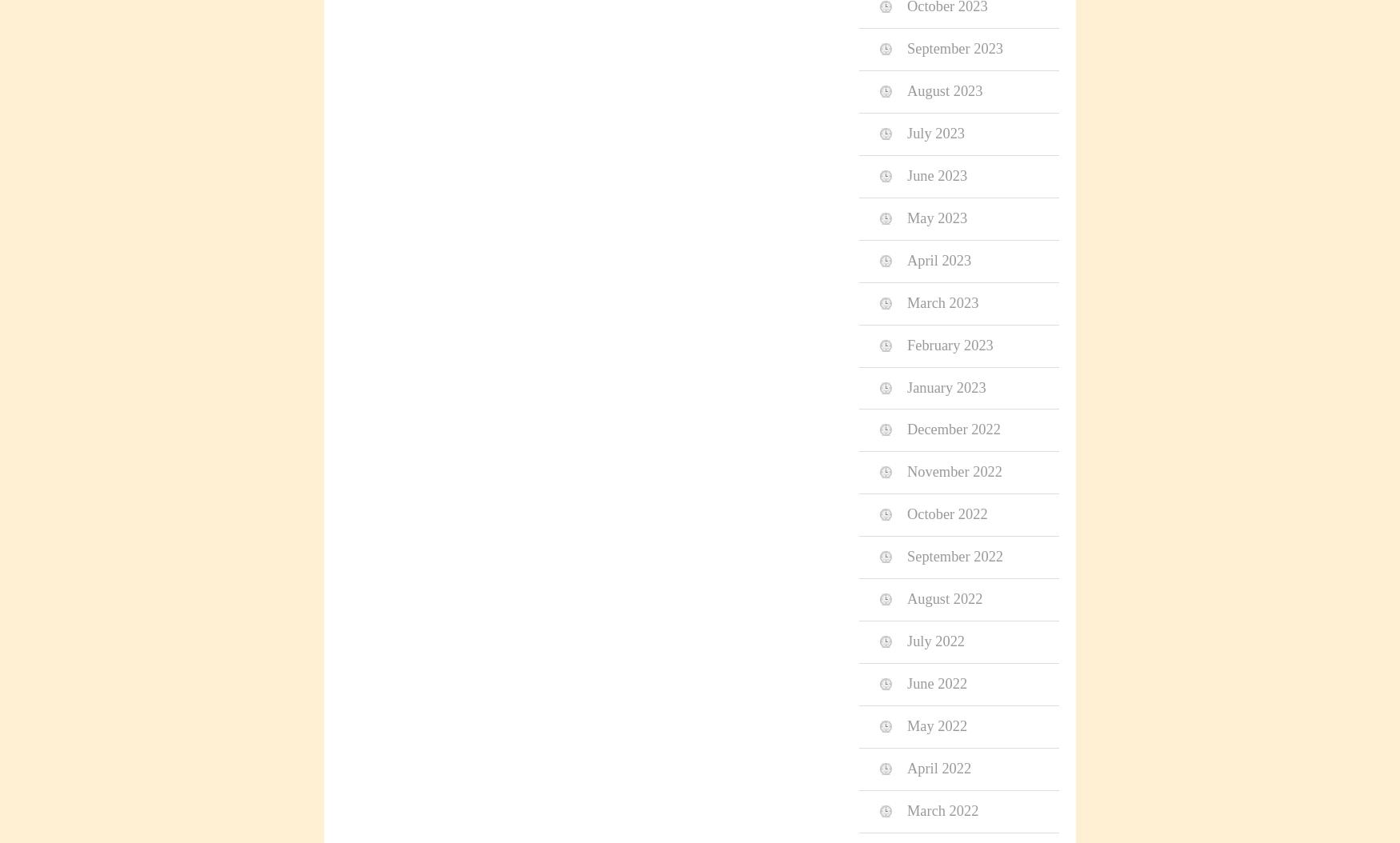 Image resolution: width=1400 pixels, height=843 pixels. Describe the element at coordinates (946, 514) in the screenshot. I see `'October 2022'` at that location.